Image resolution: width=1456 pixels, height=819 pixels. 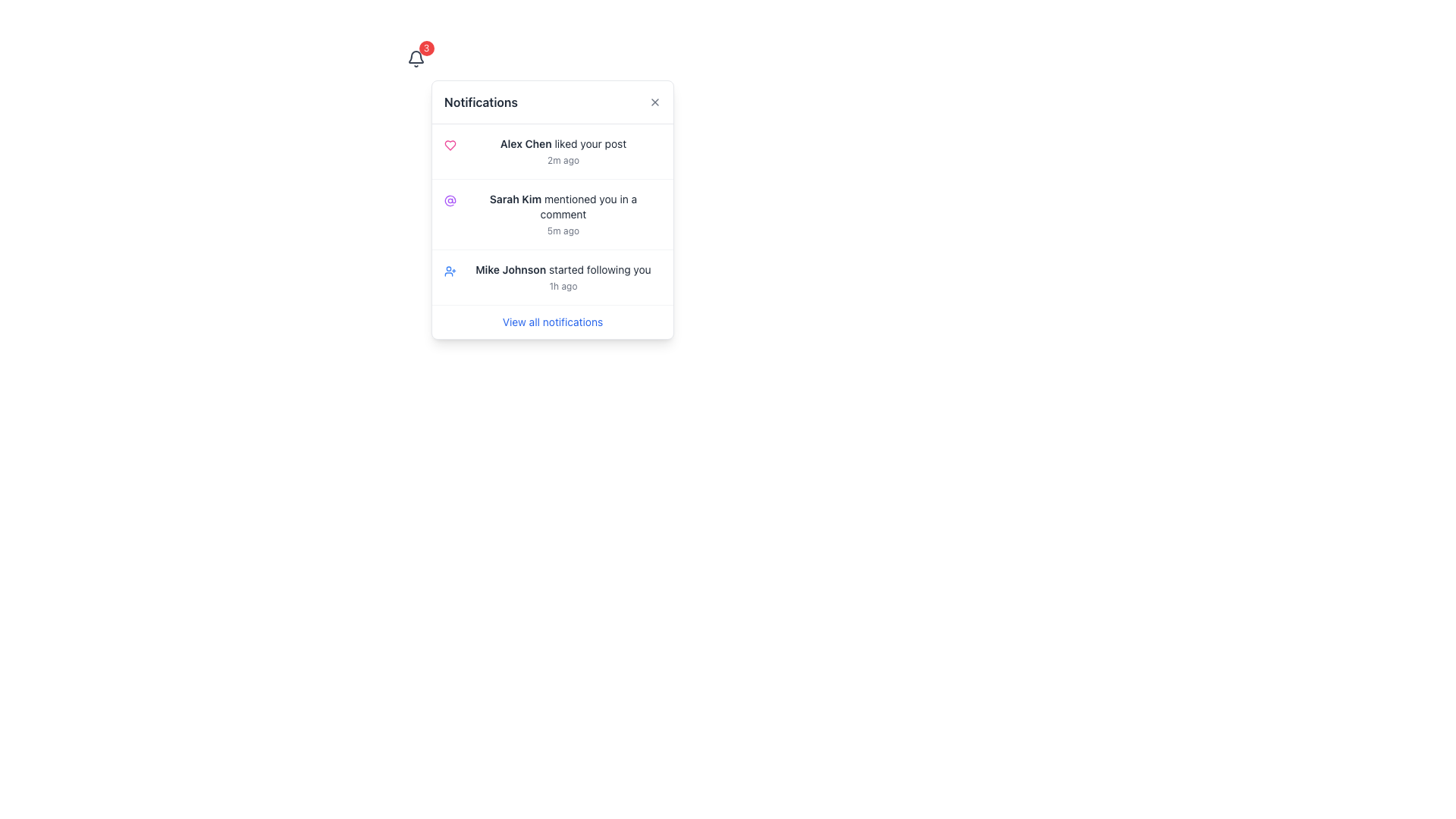 I want to click on the notification icon indicating a mention from Sarah Kim, which is the second notification in the list, so click(x=450, y=200).